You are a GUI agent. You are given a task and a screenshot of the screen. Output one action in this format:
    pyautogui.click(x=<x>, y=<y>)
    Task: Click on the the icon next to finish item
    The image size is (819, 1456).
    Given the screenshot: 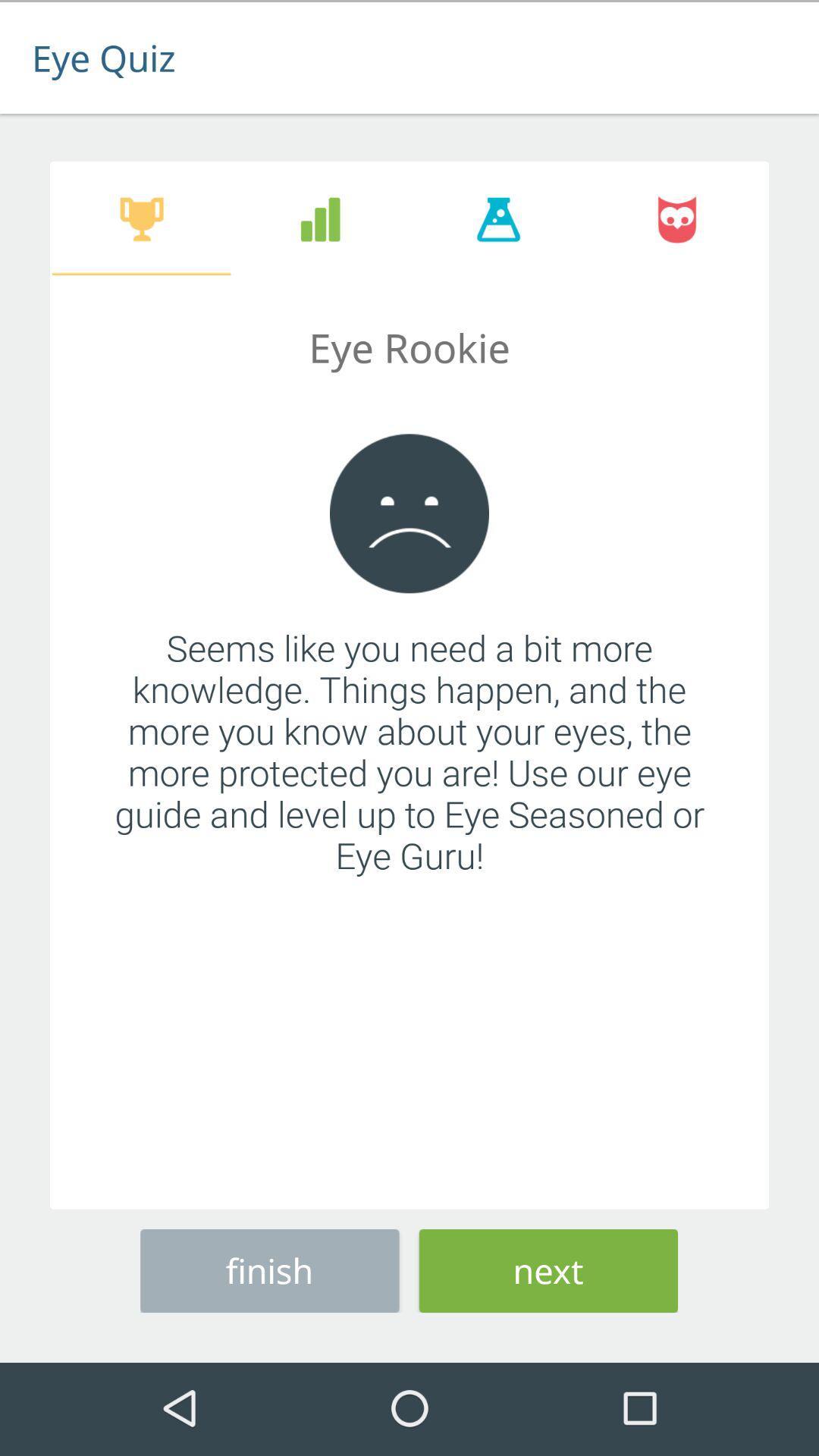 What is the action you would take?
    pyautogui.click(x=548, y=1268)
    